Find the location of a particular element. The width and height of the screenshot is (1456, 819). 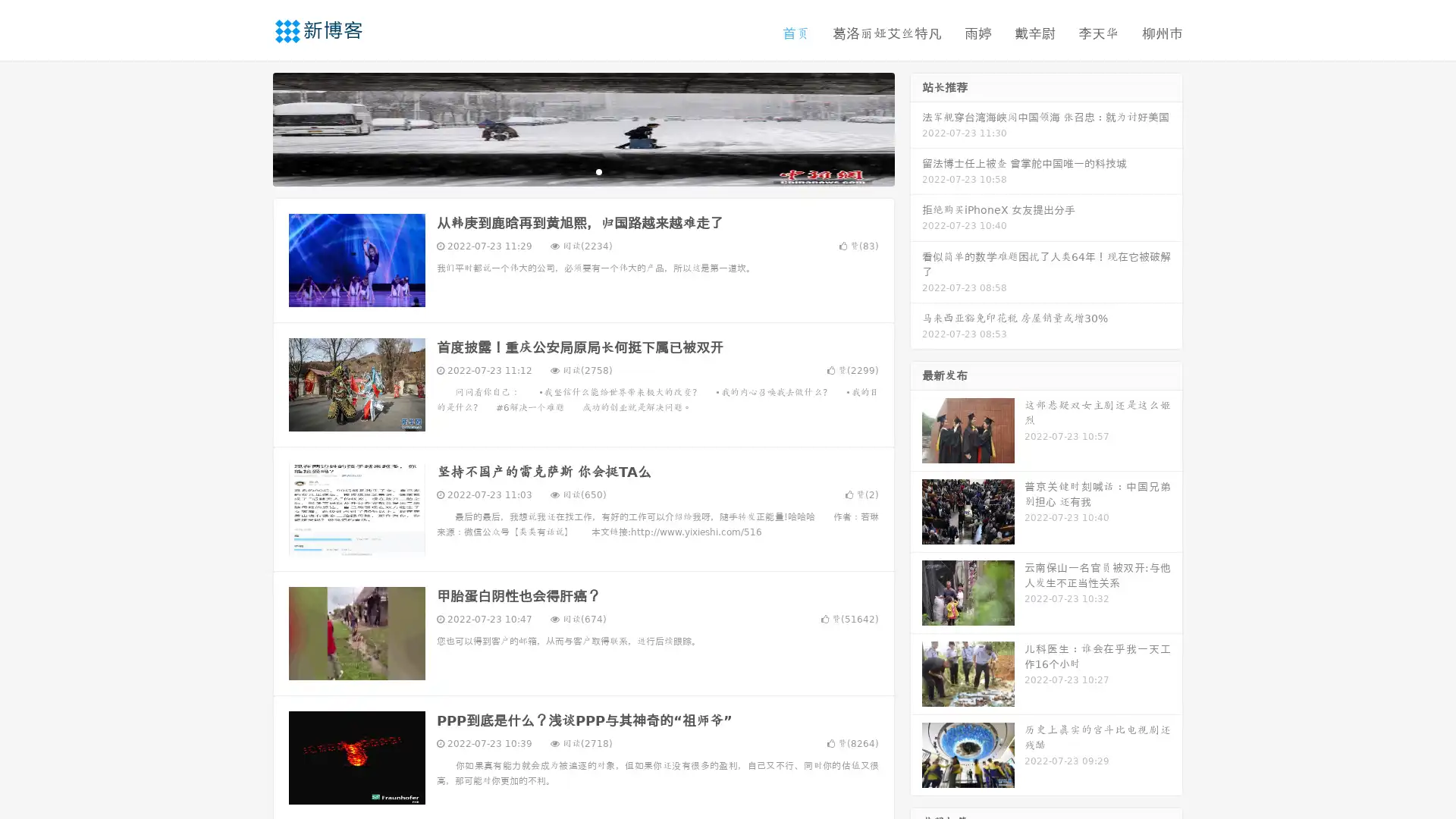

Previous slide is located at coordinates (250, 127).